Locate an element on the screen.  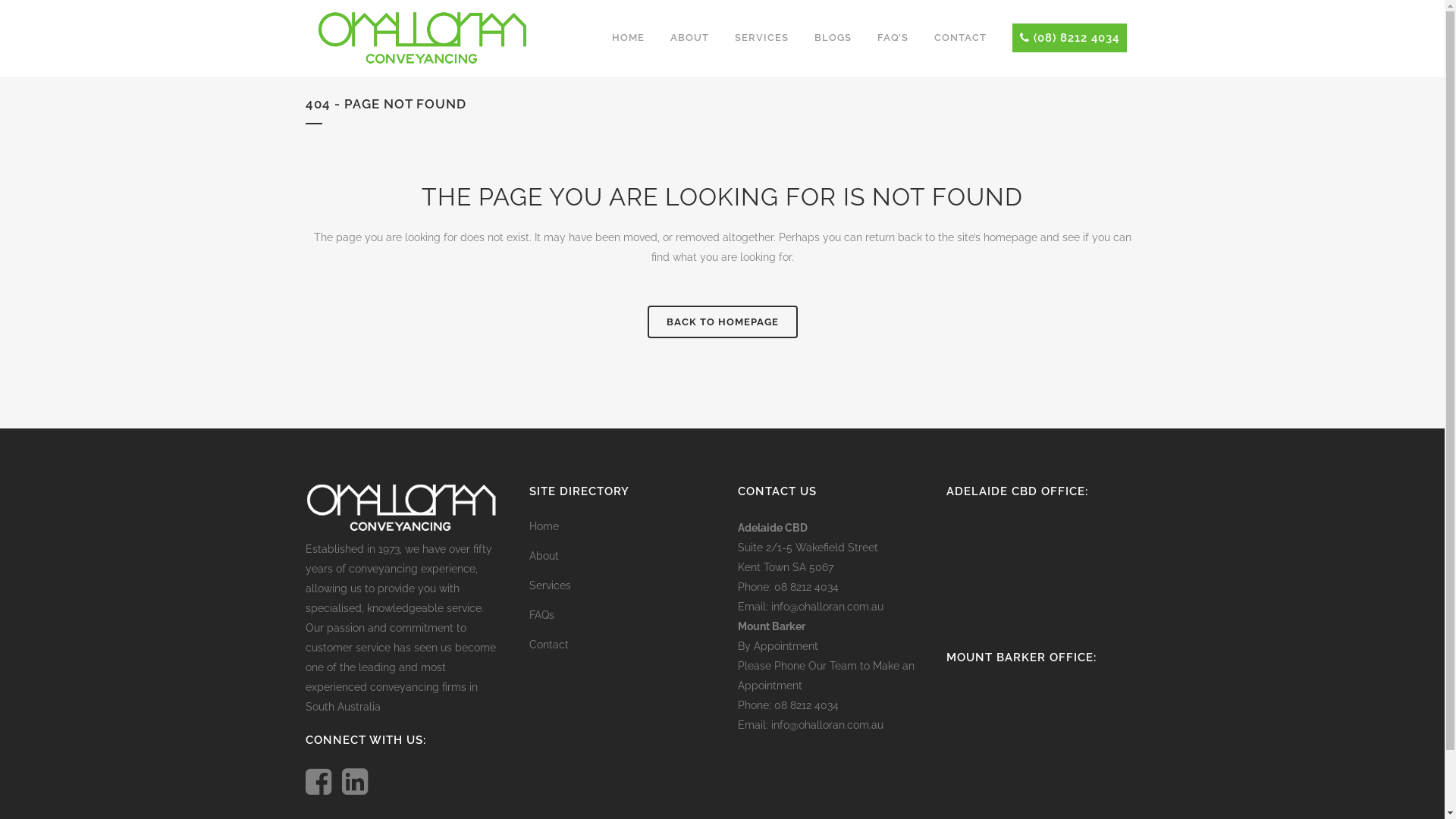
'About' is located at coordinates (622, 555).